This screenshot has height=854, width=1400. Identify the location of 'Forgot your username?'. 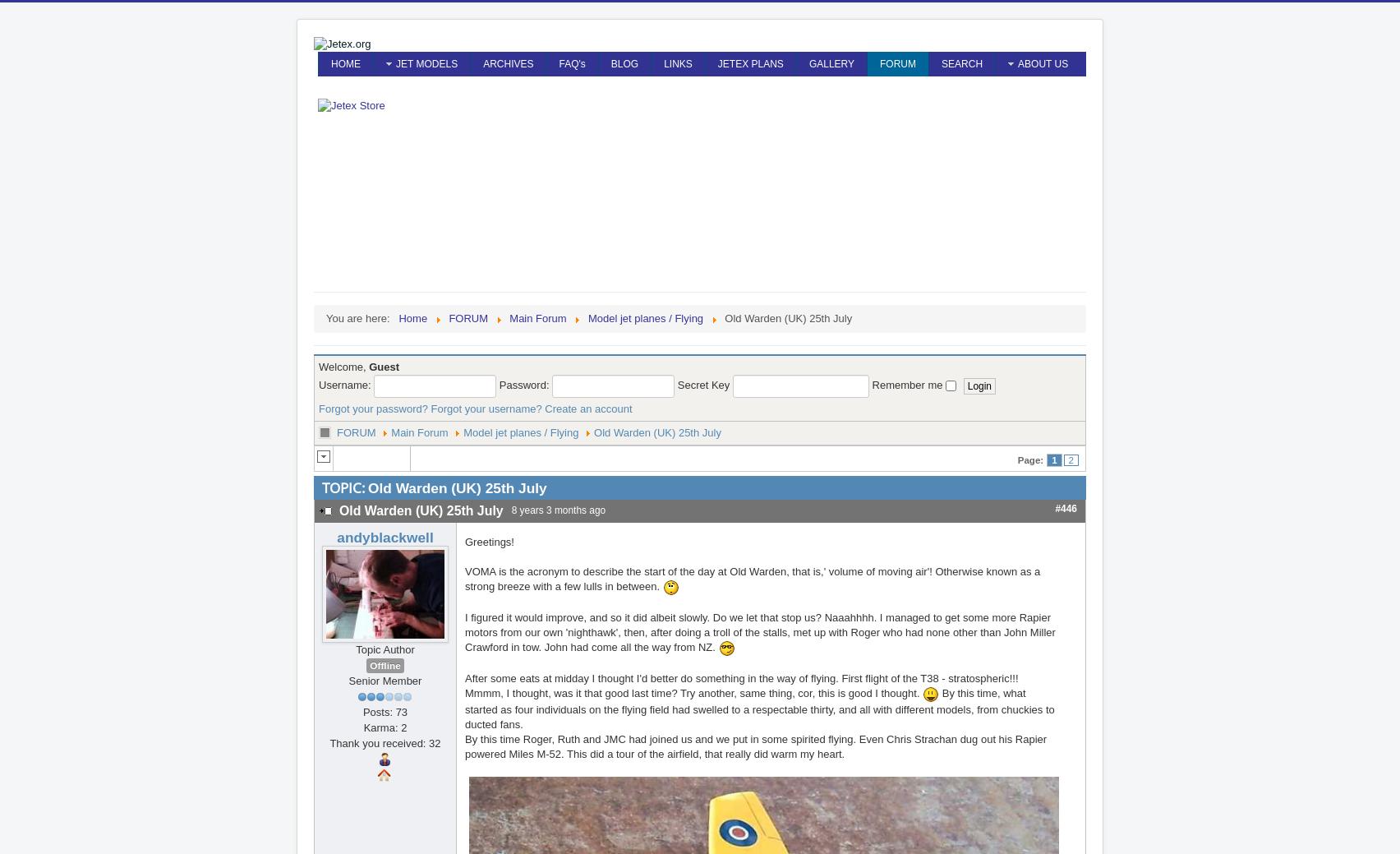
(486, 407).